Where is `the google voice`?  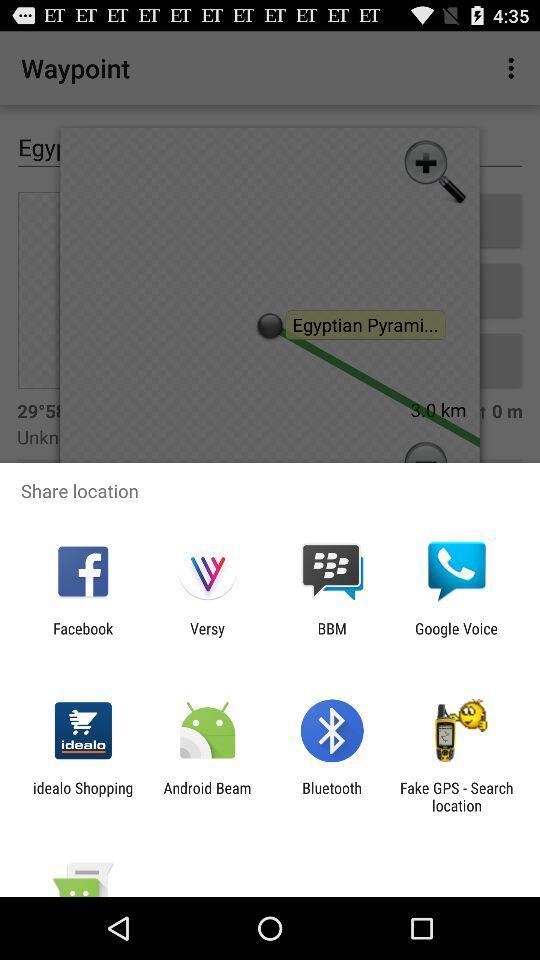
the google voice is located at coordinates (456, 636).